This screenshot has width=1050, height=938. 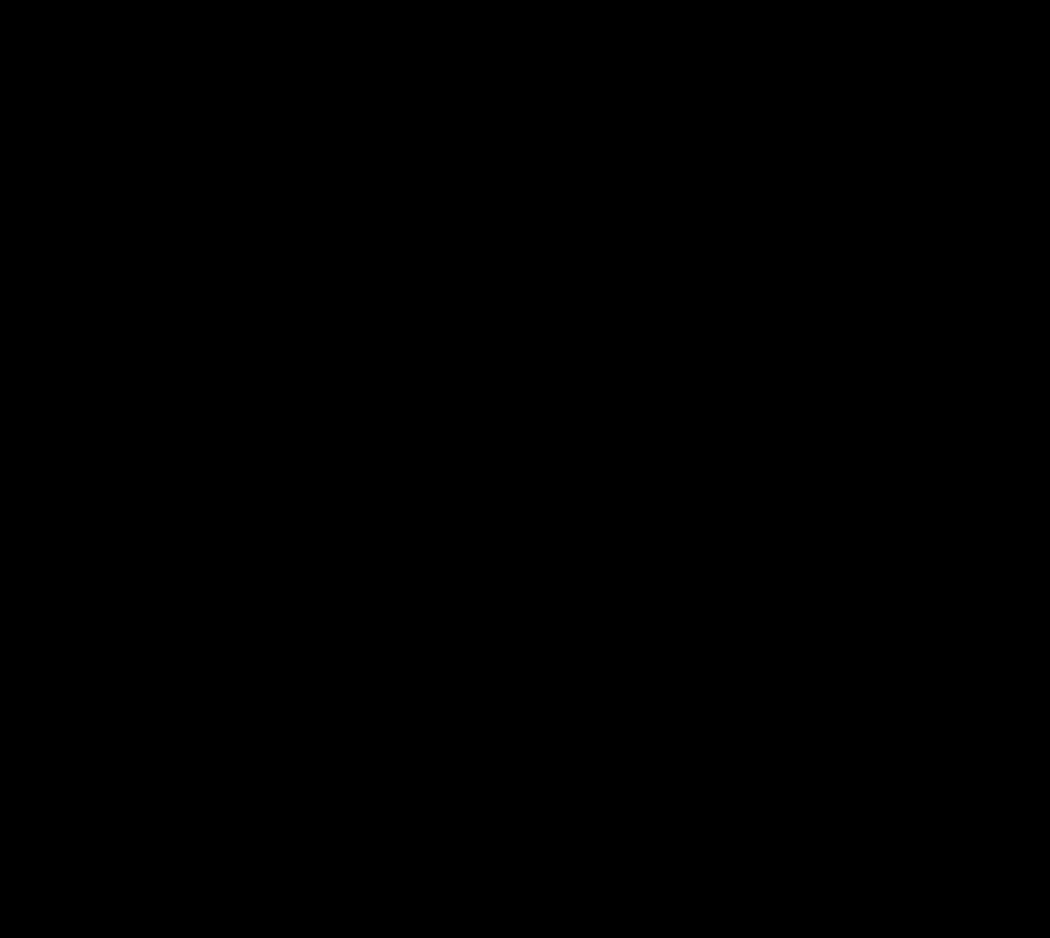 What do you see at coordinates (522, 457) in the screenshot?
I see `'Your answers to the questions below help me improve my work as a coach, deliver even more value to you and help future participants decide if this course is a fit for them.'` at bounding box center [522, 457].